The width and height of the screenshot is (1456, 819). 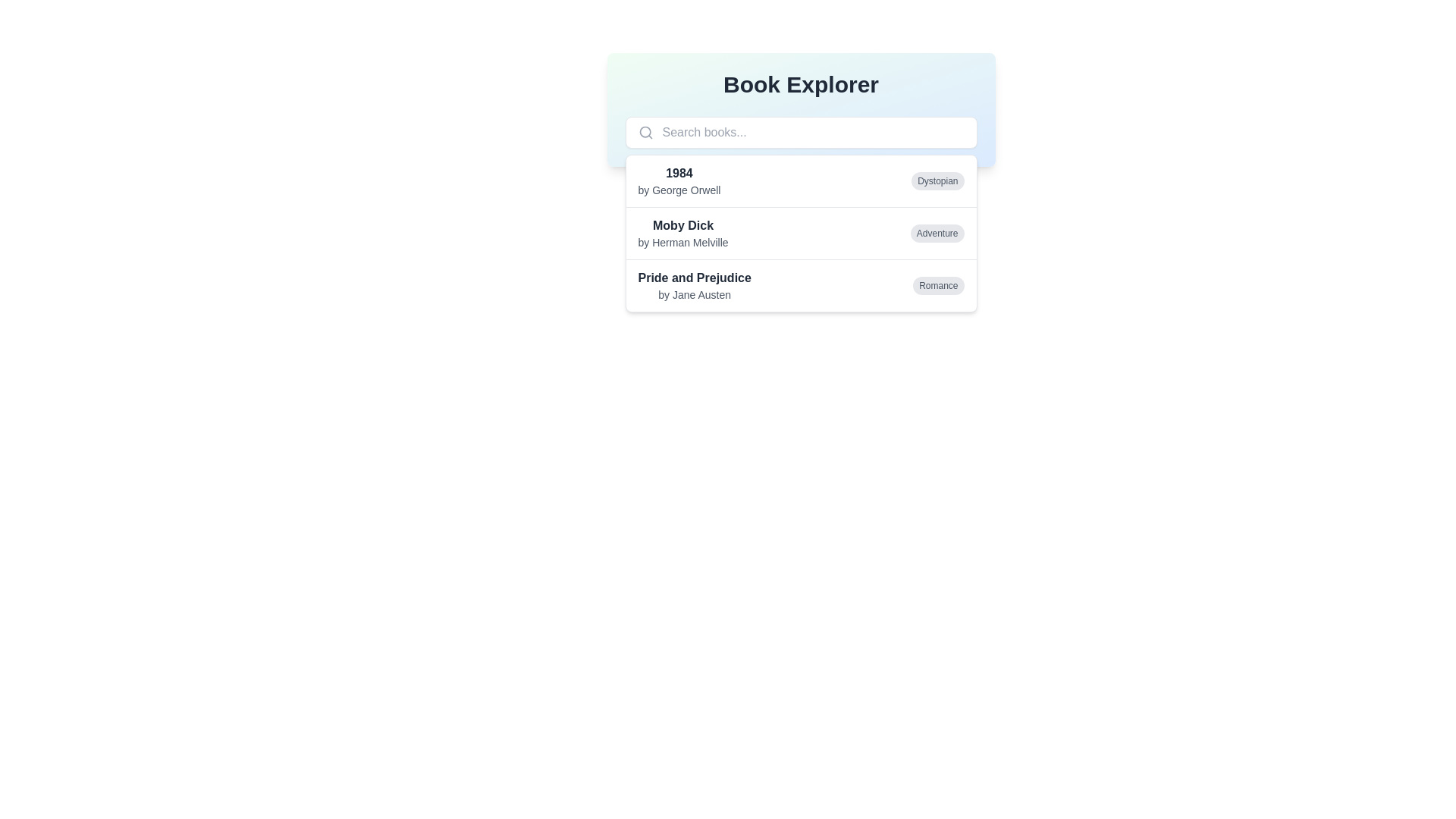 What do you see at coordinates (682, 242) in the screenshot?
I see `the text label displaying 'by Herman Melville', which is styled in small, gray font and positioned below the title 'Moby Dick'` at bounding box center [682, 242].